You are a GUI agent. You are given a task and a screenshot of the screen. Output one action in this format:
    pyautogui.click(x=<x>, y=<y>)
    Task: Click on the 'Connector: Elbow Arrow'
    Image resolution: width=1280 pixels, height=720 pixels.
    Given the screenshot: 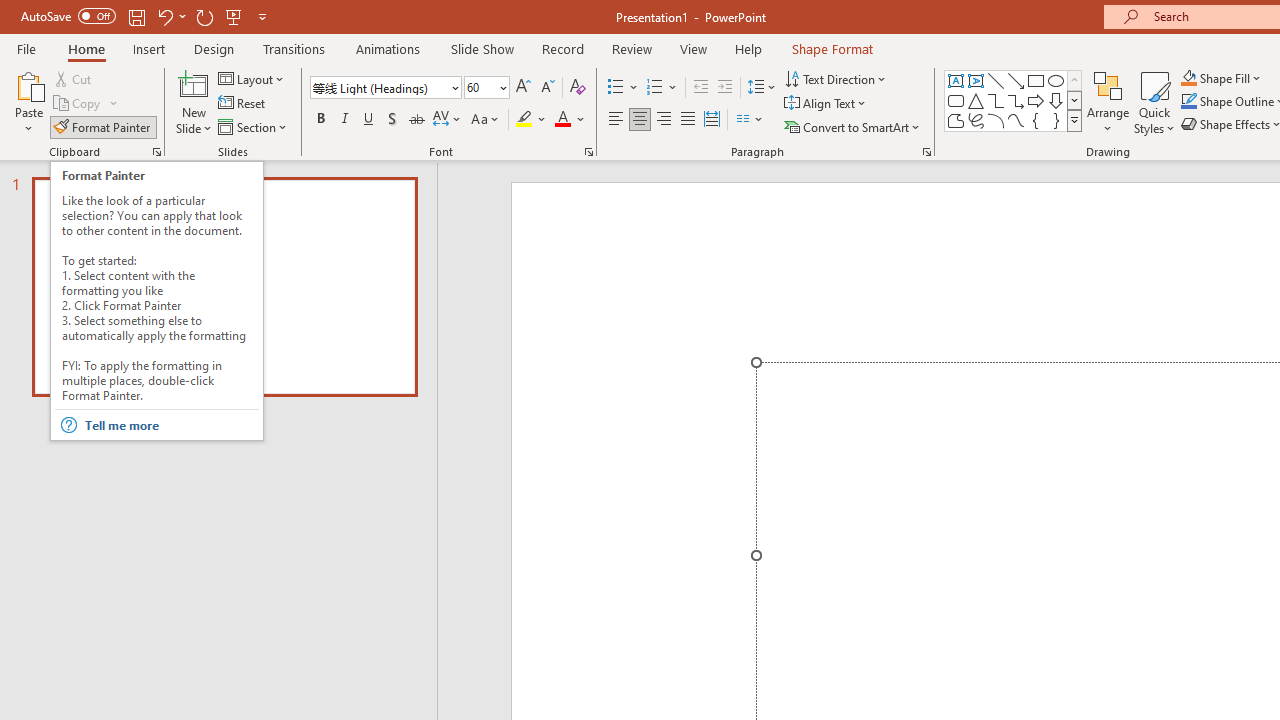 What is the action you would take?
    pyautogui.click(x=1016, y=100)
    